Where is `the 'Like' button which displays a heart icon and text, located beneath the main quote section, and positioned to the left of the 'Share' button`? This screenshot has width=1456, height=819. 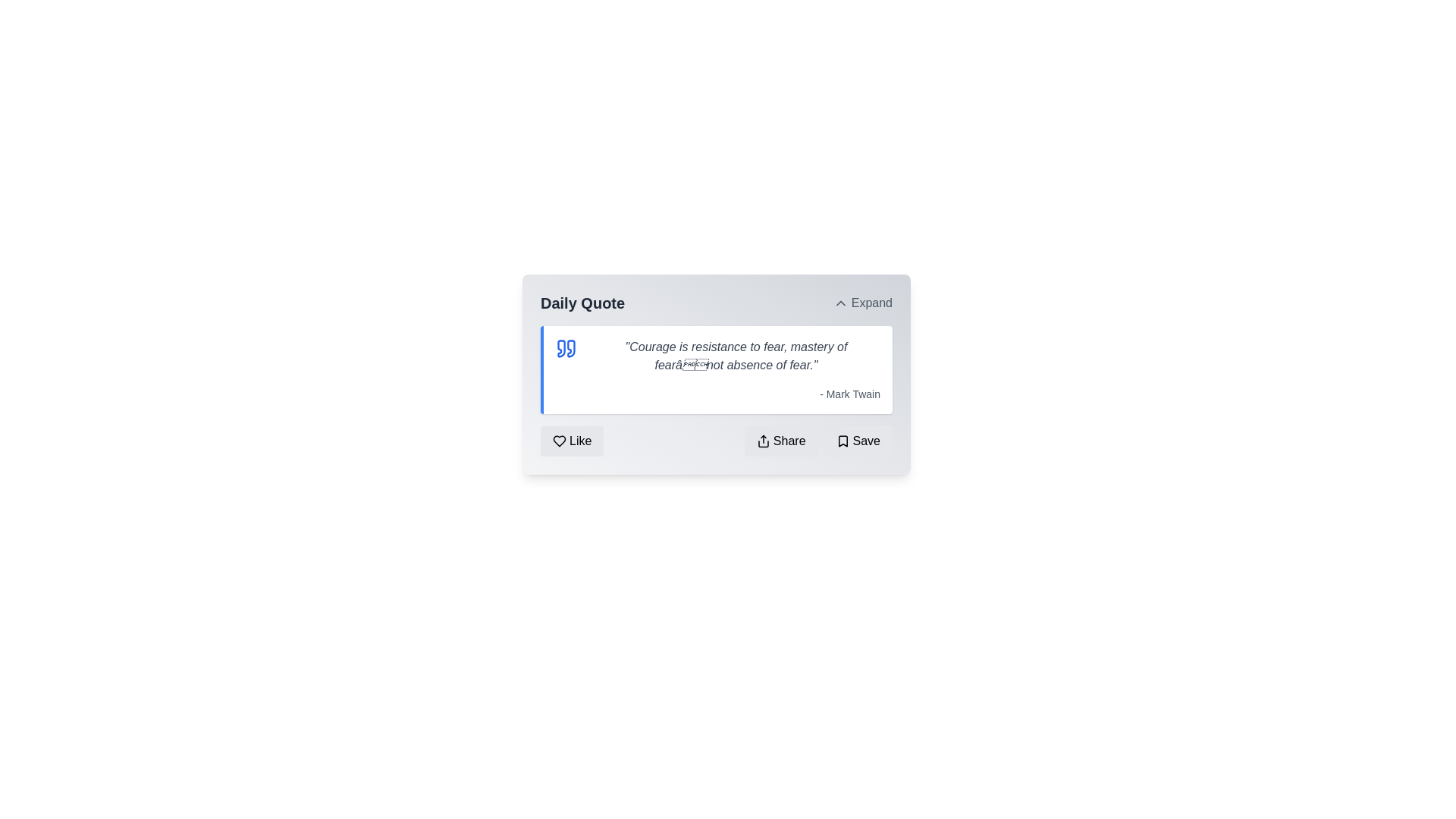 the 'Like' button which displays a heart icon and text, located beneath the main quote section, and positioned to the left of the 'Share' button is located at coordinates (571, 441).